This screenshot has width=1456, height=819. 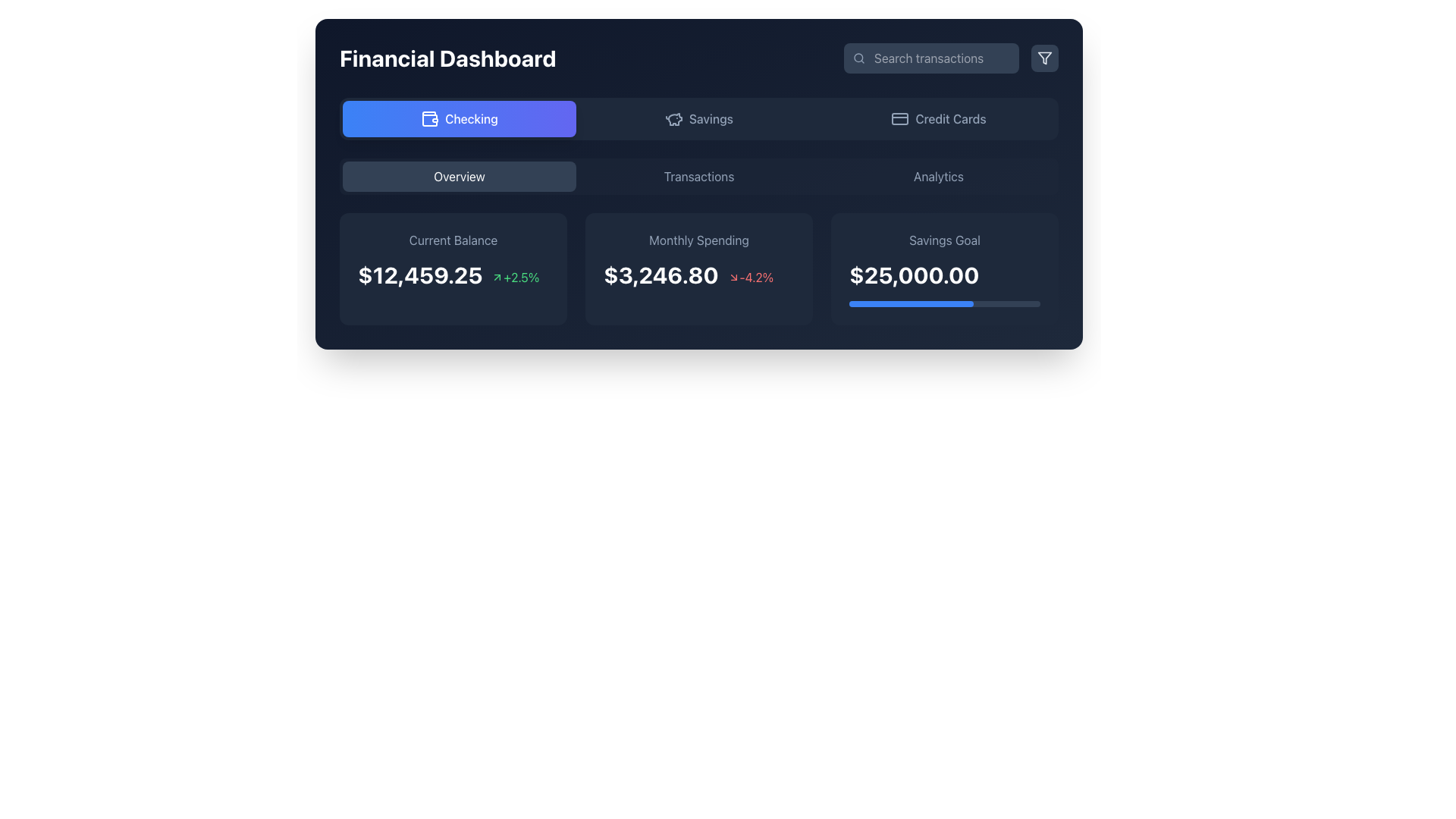 I want to click on the small circular magnifying glass icon located in the left section of the search bar in the top-right corner of the interface, so click(x=858, y=58).